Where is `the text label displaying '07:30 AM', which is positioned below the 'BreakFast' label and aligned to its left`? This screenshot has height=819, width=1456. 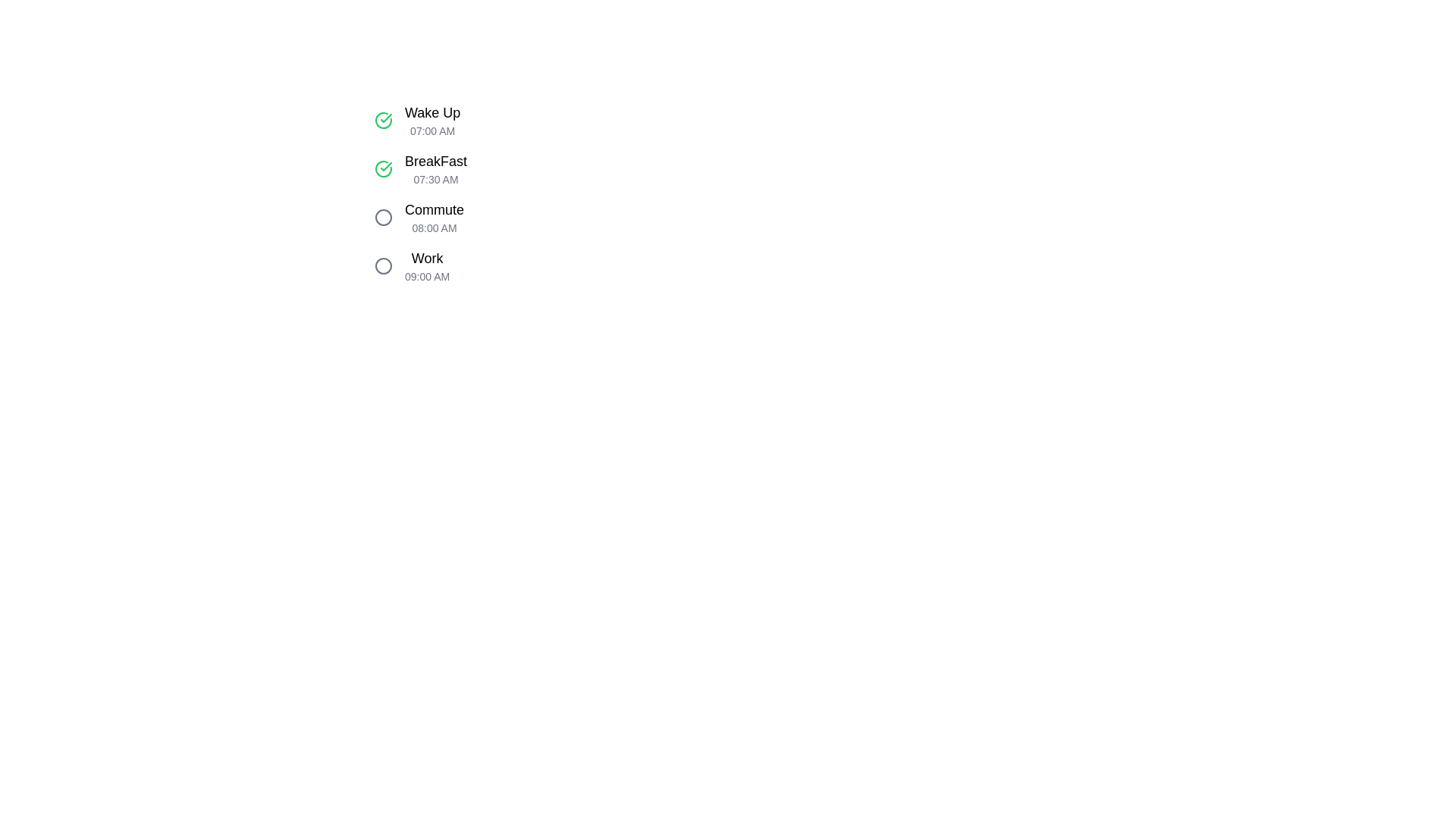
the text label displaying '07:30 AM', which is positioned below the 'BreakFast' label and aligned to its left is located at coordinates (435, 178).